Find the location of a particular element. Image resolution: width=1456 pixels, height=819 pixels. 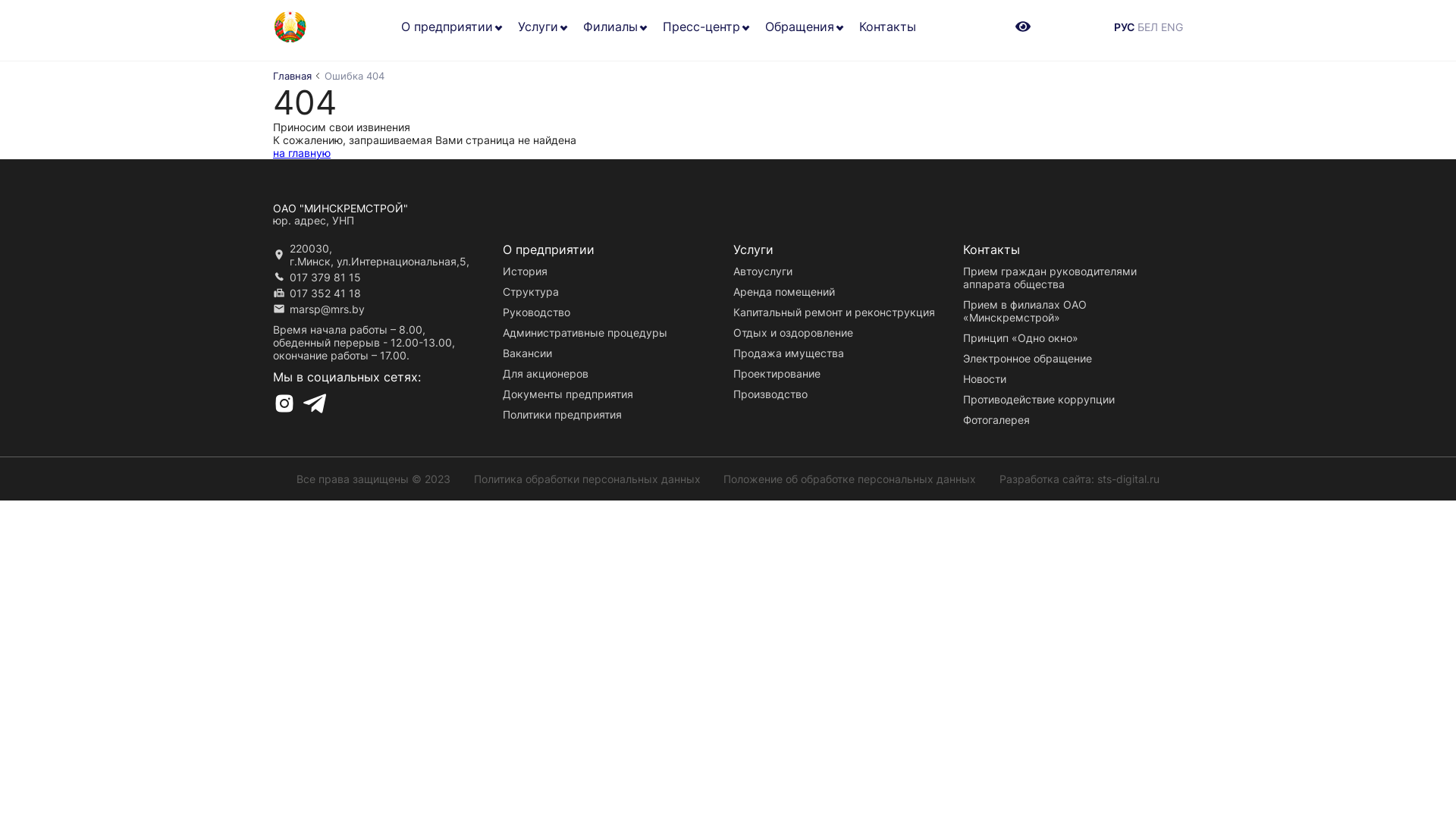

'017 352 41 18' is located at coordinates (324, 293).